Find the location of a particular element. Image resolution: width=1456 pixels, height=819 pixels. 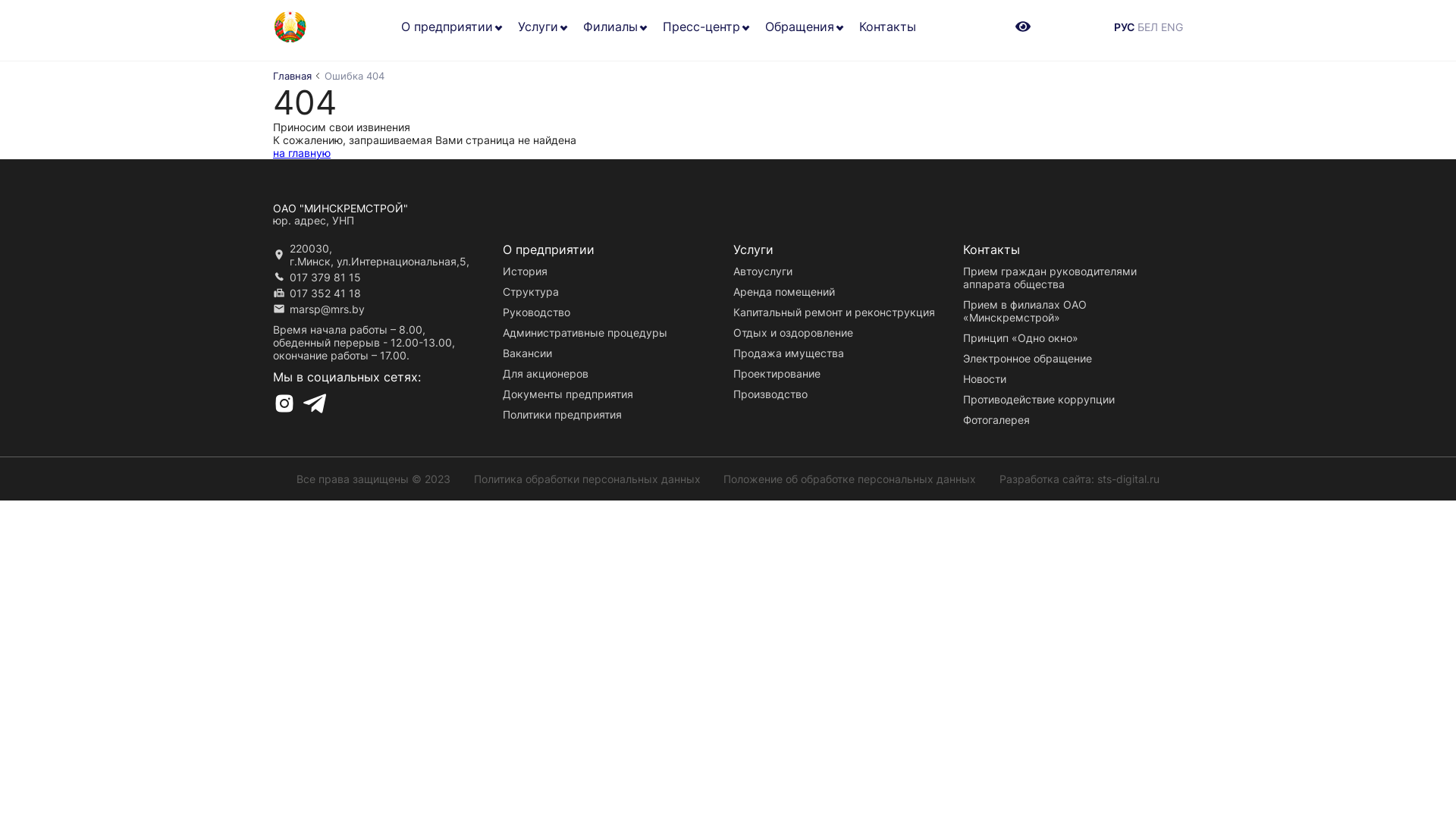

'017 352 41 18' is located at coordinates (324, 293).